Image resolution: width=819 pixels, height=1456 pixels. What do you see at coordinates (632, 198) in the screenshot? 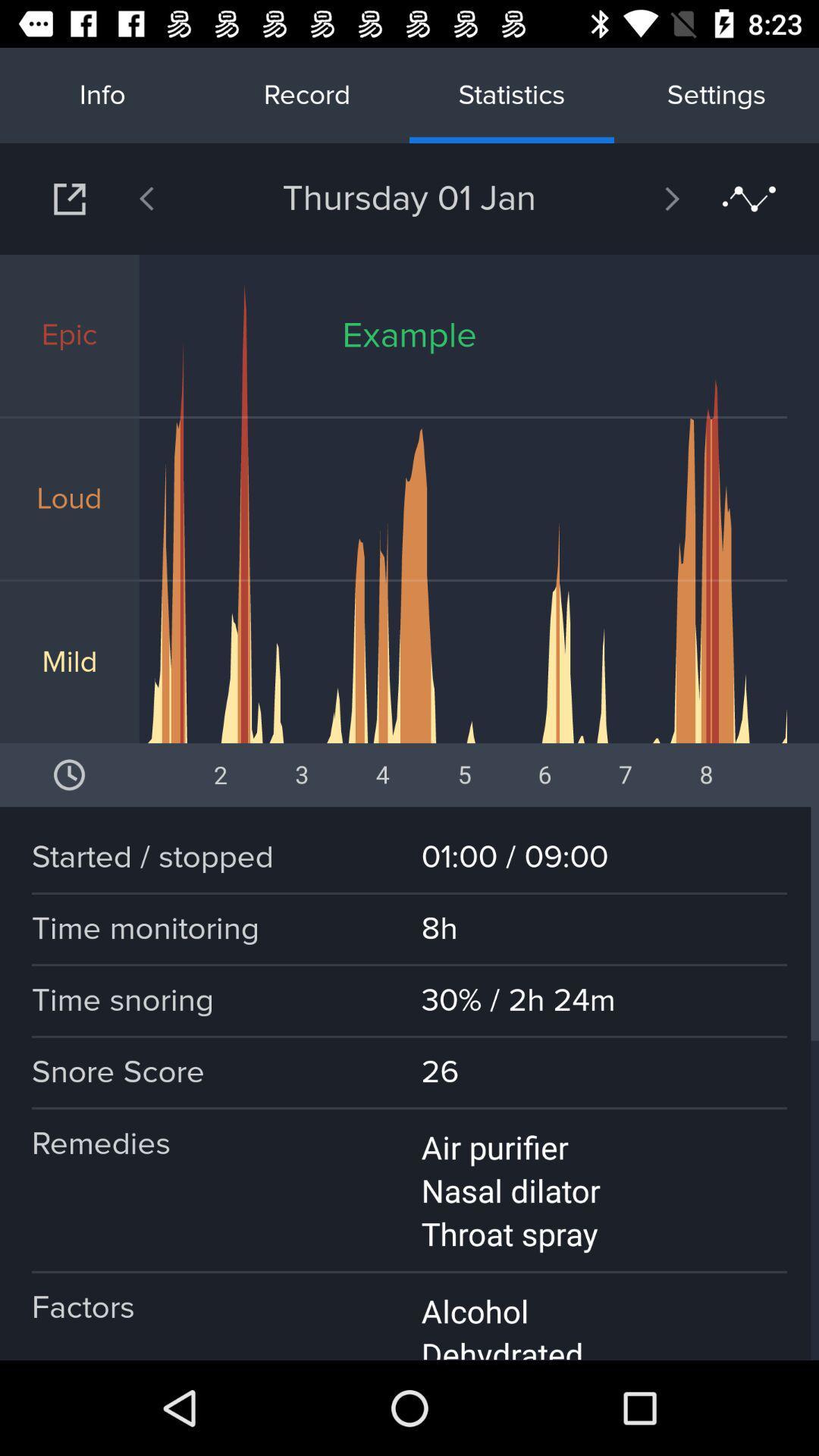
I see `move forward` at bounding box center [632, 198].